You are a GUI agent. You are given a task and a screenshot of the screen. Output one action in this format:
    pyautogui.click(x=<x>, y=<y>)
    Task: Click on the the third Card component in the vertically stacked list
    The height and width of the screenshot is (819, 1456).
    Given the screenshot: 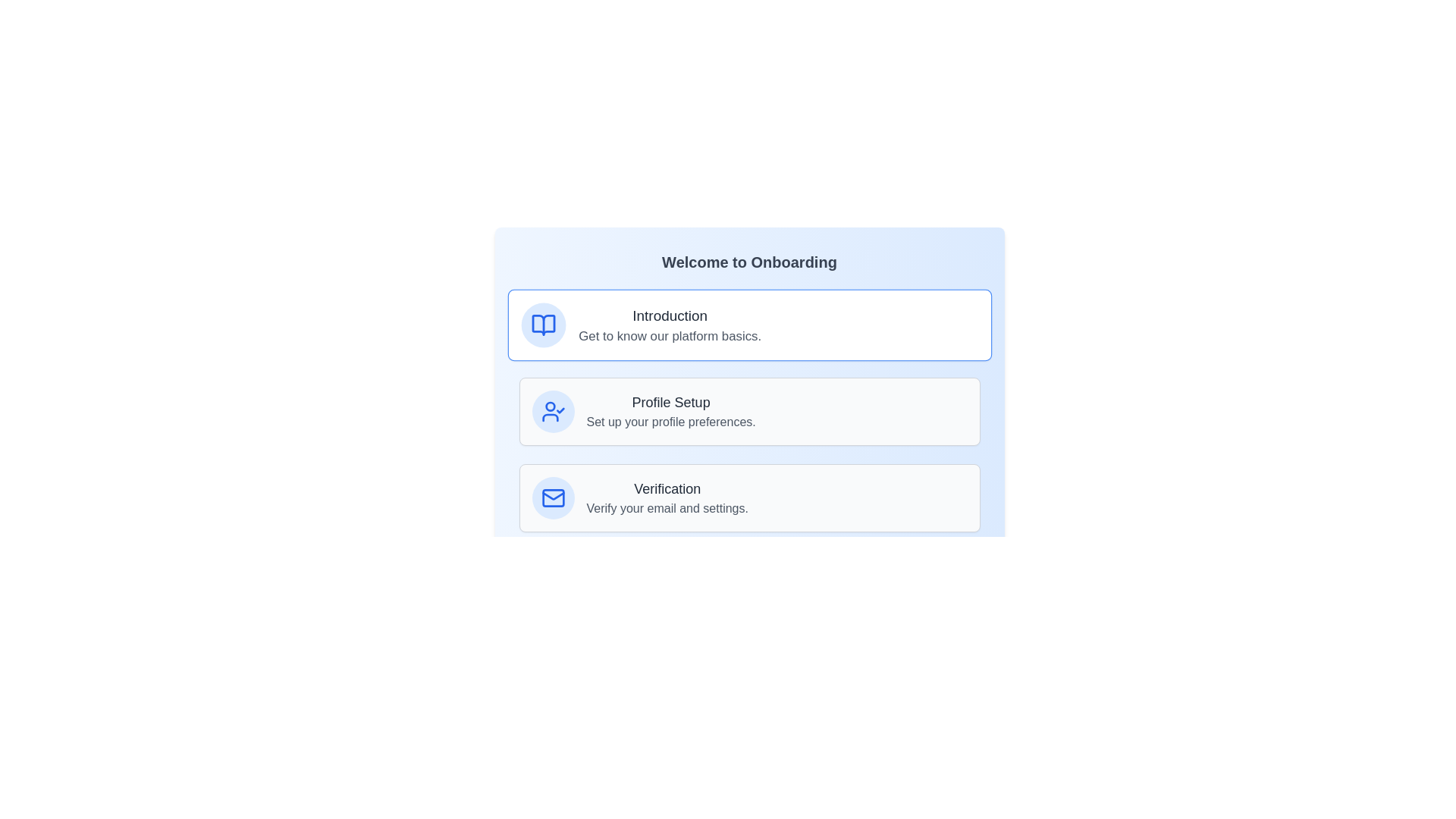 What is the action you would take?
    pyautogui.click(x=749, y=497)
    